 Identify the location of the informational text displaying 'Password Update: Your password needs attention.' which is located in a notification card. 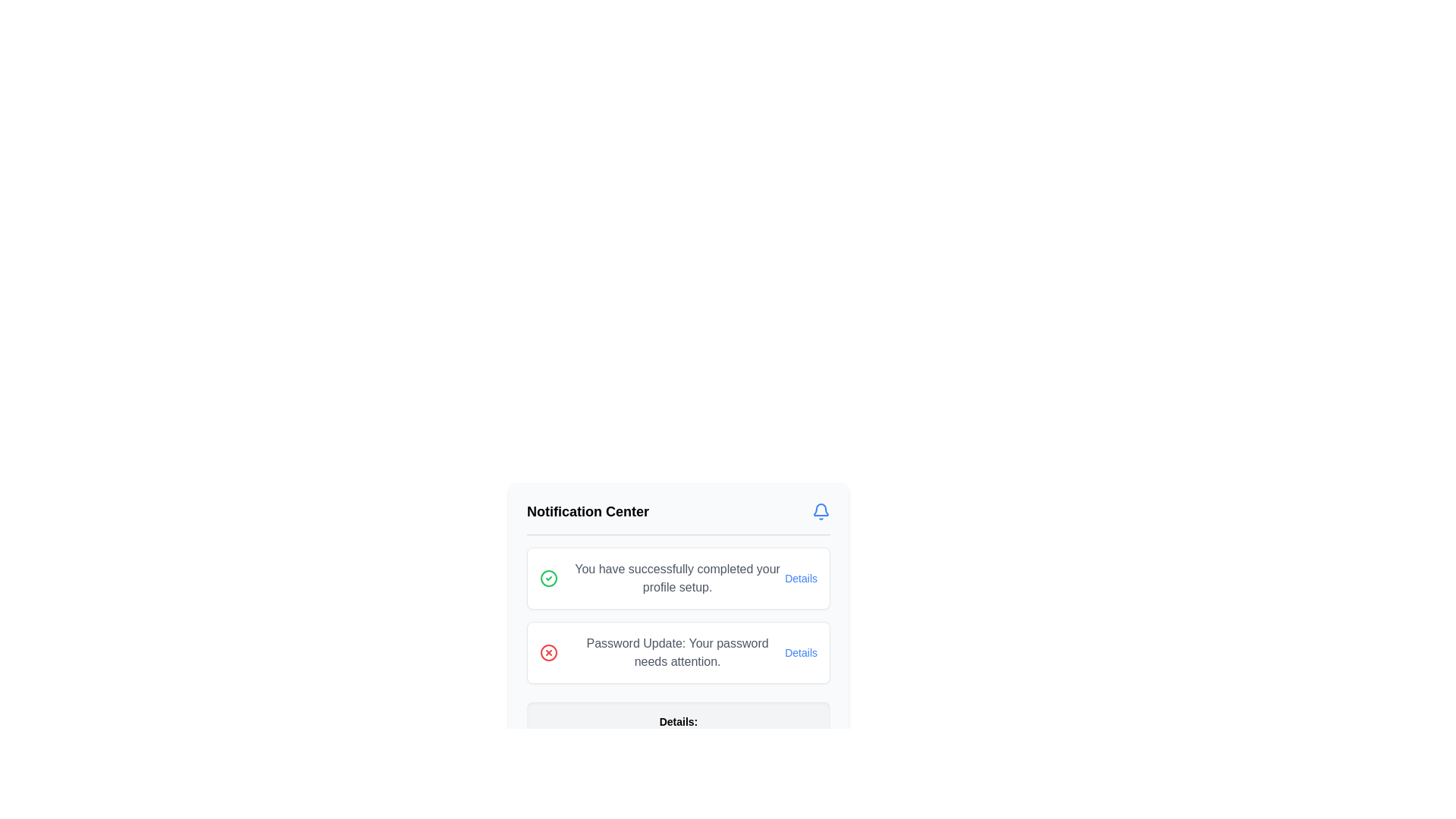
(676, 651).